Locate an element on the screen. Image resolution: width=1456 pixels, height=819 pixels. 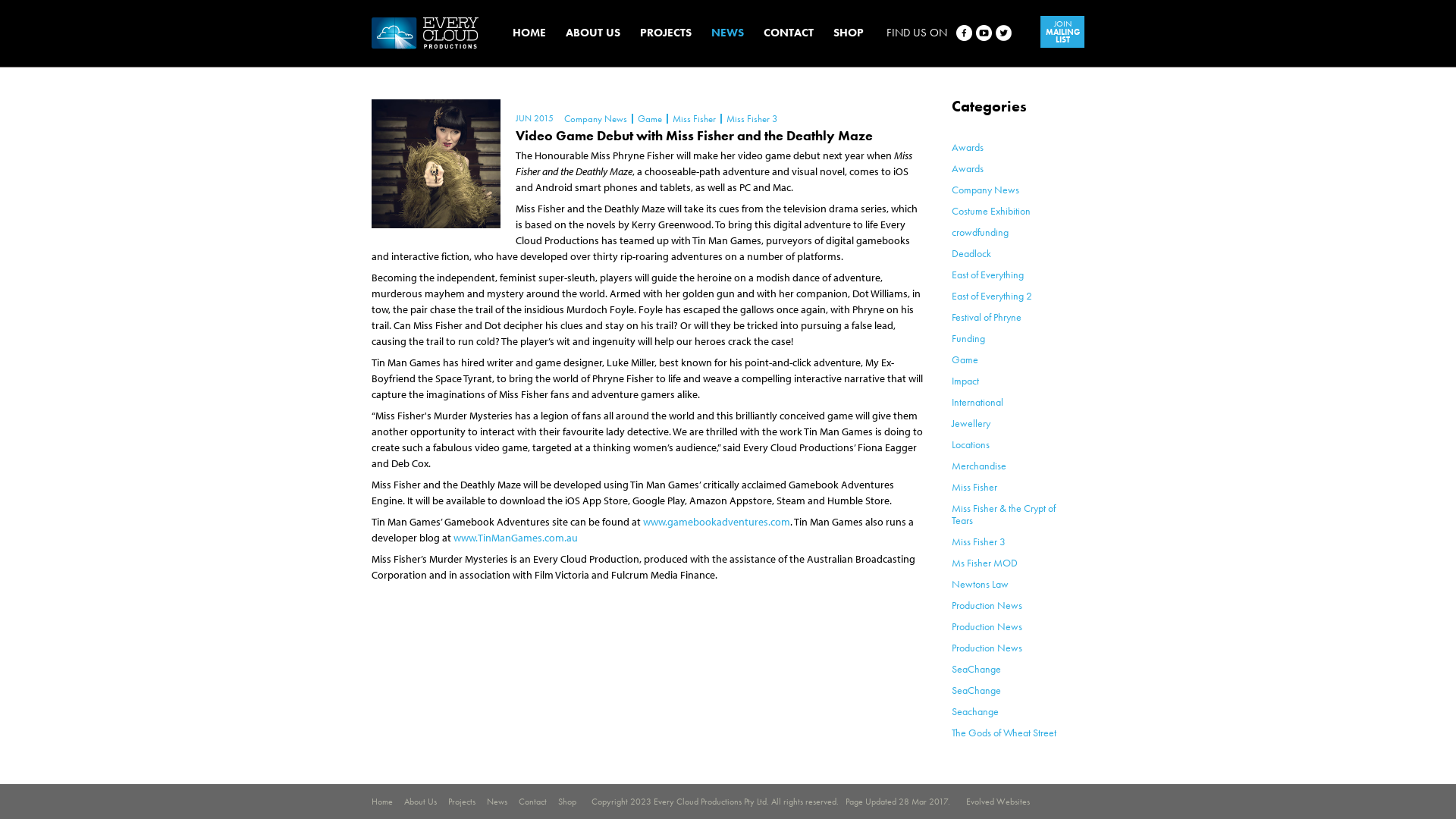
'News' is located at coordinates (497, 800).